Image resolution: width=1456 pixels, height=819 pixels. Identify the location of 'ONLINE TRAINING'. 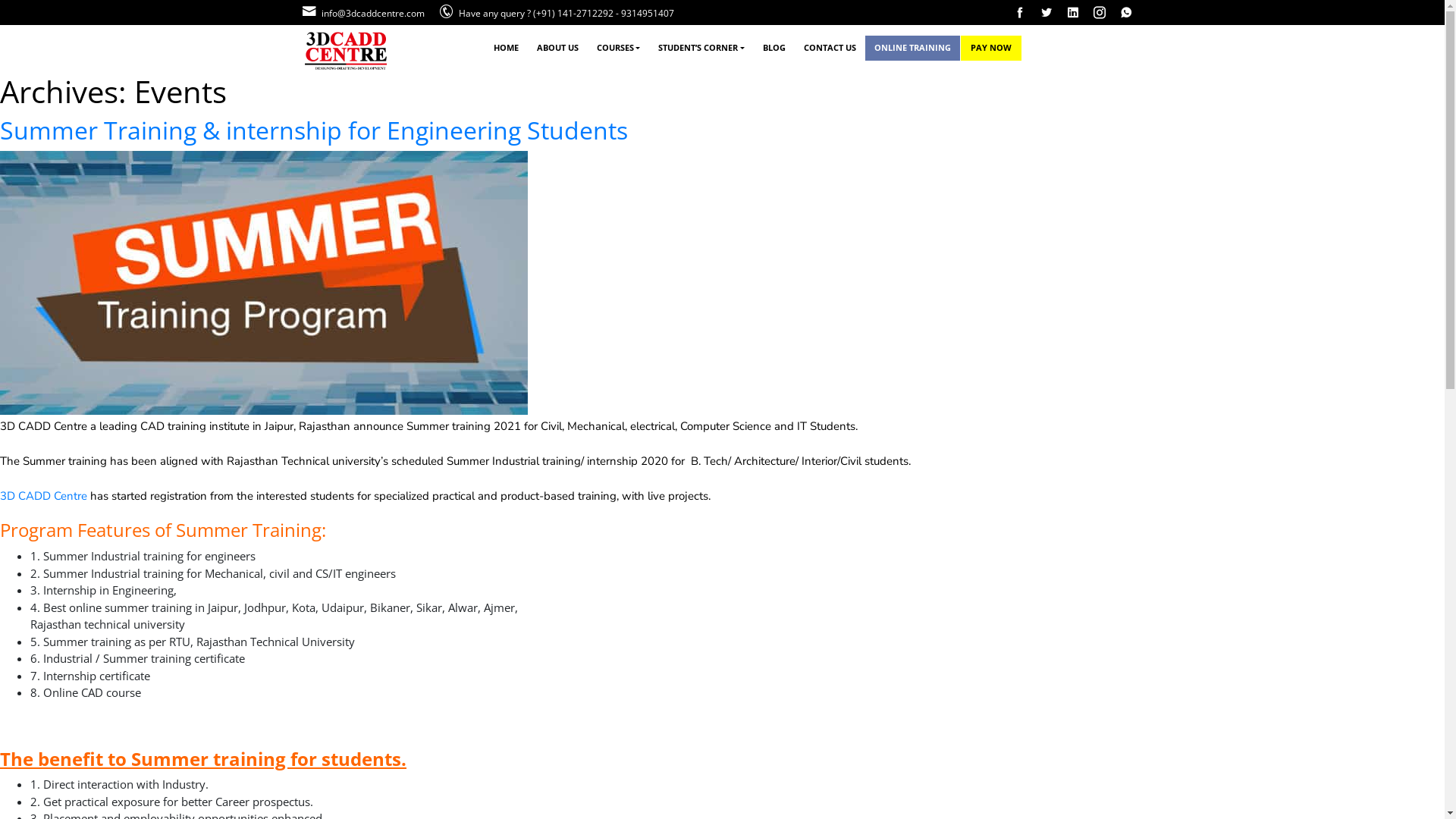
(912, 47).